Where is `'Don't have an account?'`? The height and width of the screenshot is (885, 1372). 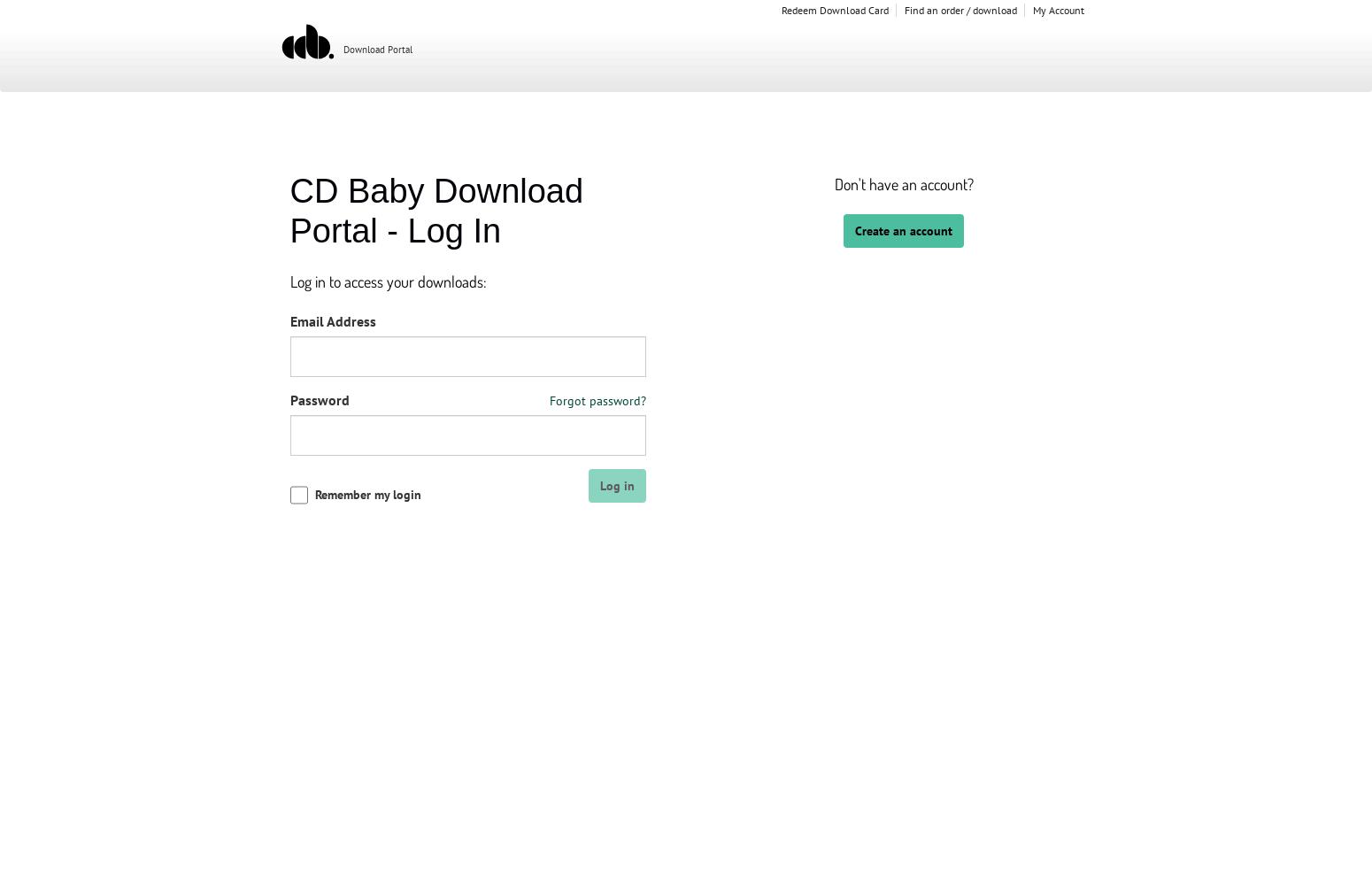 'Don't have an account?' is located at coordinates (832, 183).